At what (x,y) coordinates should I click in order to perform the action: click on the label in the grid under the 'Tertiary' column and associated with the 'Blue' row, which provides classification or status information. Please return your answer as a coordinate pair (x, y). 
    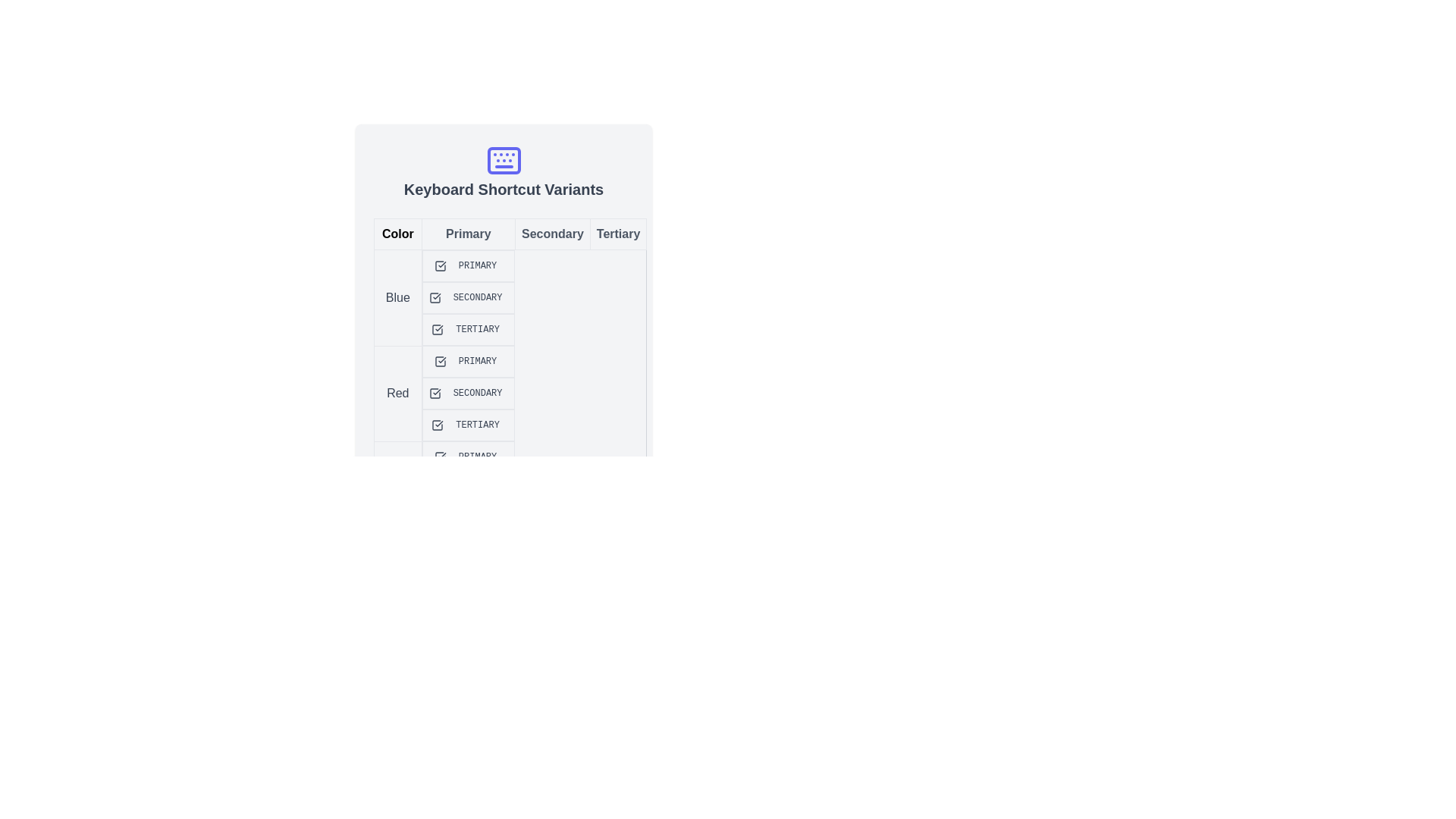
    Looking at the image, I should click on (477, 329).